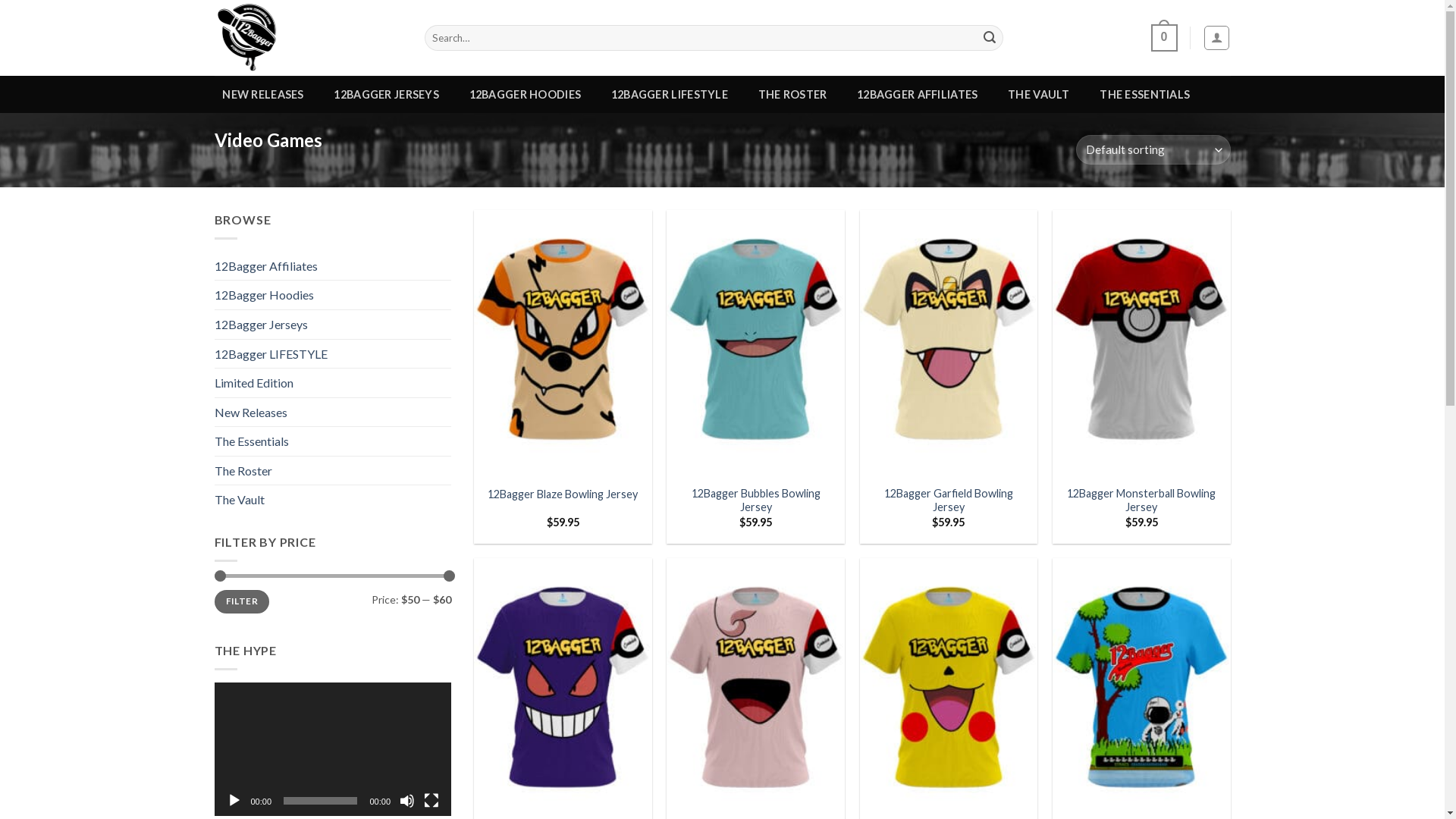 This screenshot has width=1456, height=819. I want to click on '12BAGGER AFFILIATES', so click(916, 94).